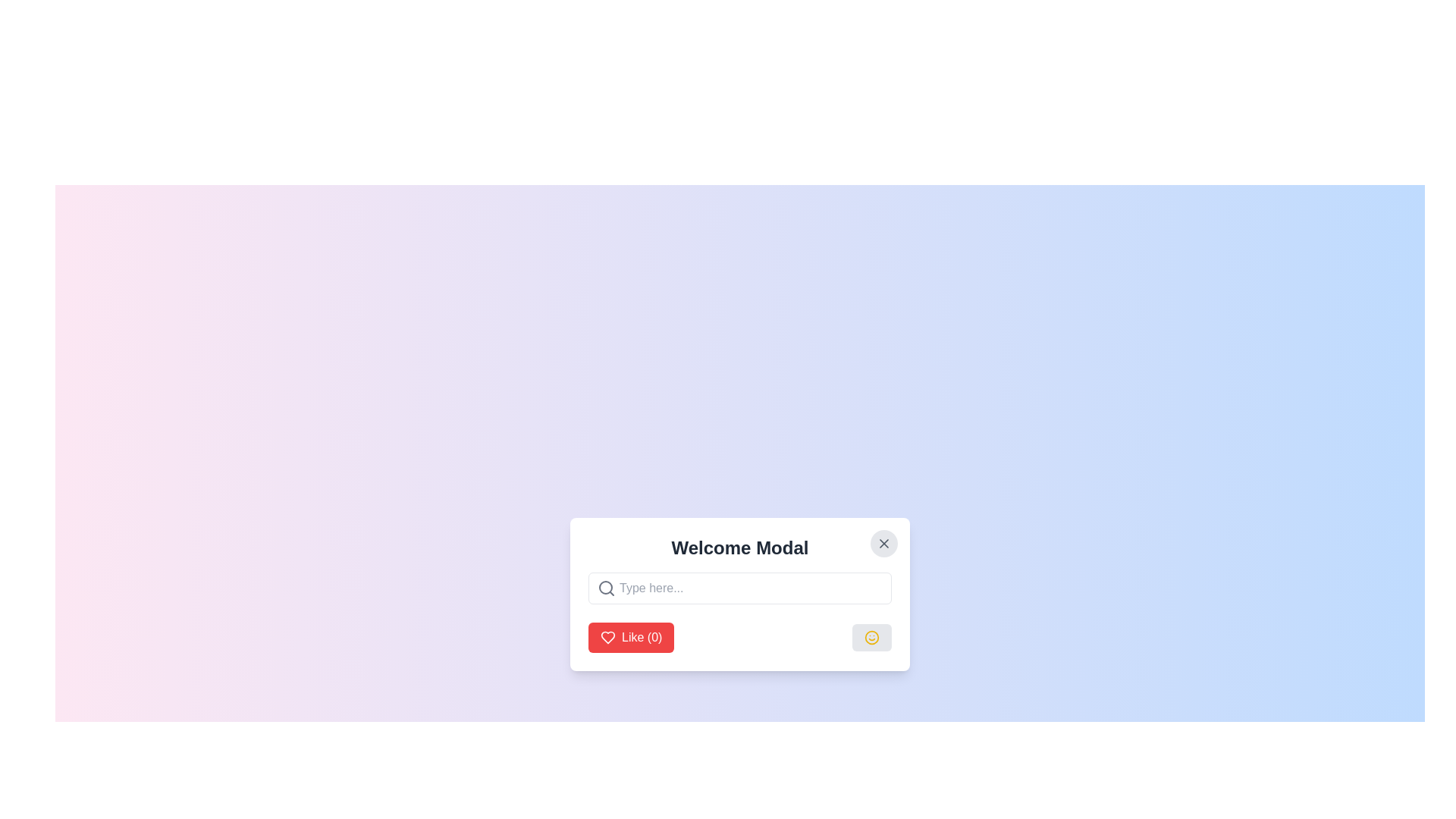 Image resolution: width=1456 pixels, height=819 pixels. What do you see at coordinates (872, 637) in the screenshot?
I see `the yellow circular graphic resembling a smiley face located in the modal's bottom-right corner, adjacent to the 'Like(0)' button` at bounding box center [872, 637].